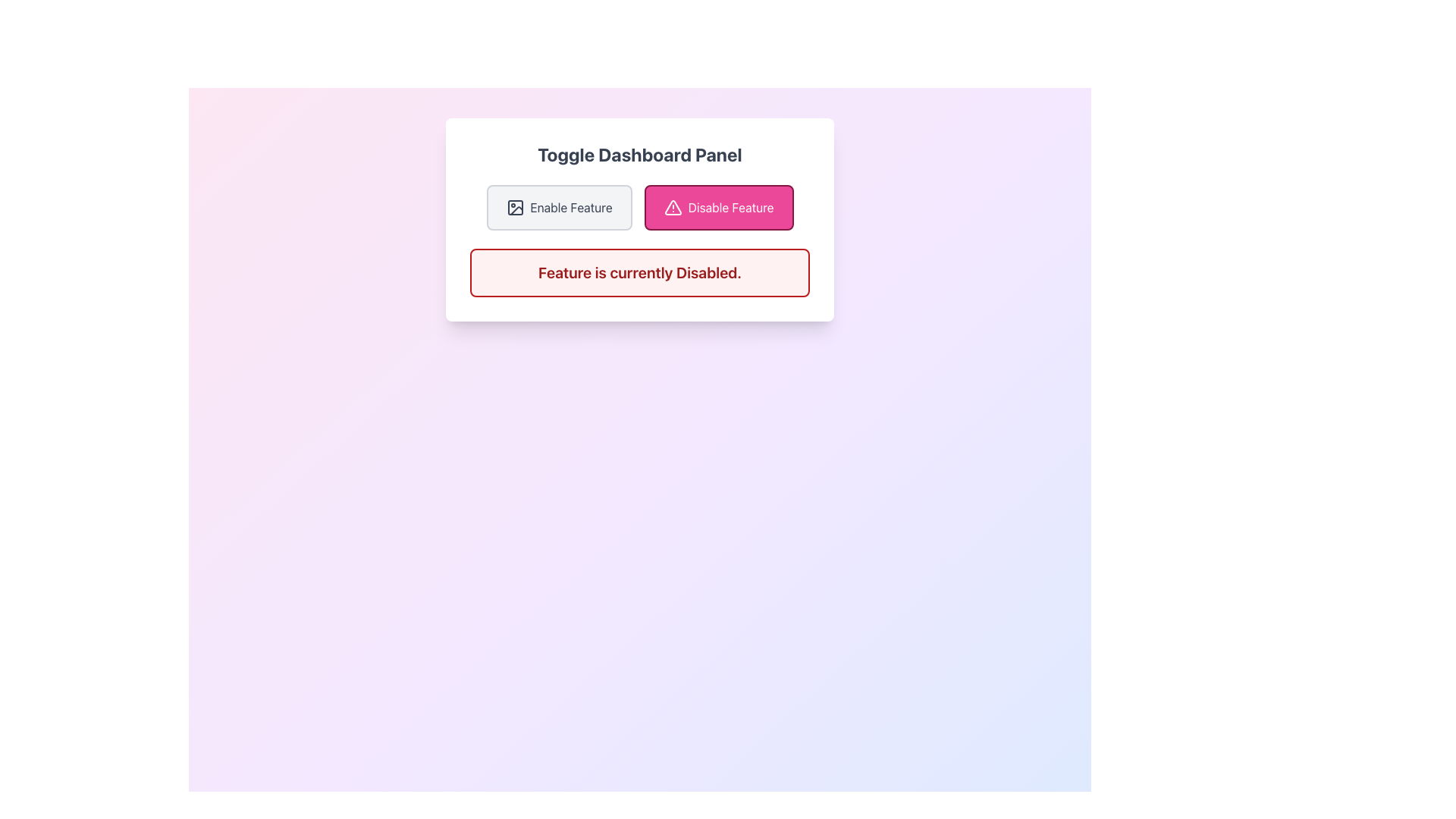 This screenshot has height=819, width=1456. What do you see at coordinates (558, 207) in the screenshot?
I see `the 'Enable Feature' button, which is a rectangular button with rounded corners, light gray background, dark gray border, and contains an icon and the label 'Enable Feature'` at bounding box center [558, 207].